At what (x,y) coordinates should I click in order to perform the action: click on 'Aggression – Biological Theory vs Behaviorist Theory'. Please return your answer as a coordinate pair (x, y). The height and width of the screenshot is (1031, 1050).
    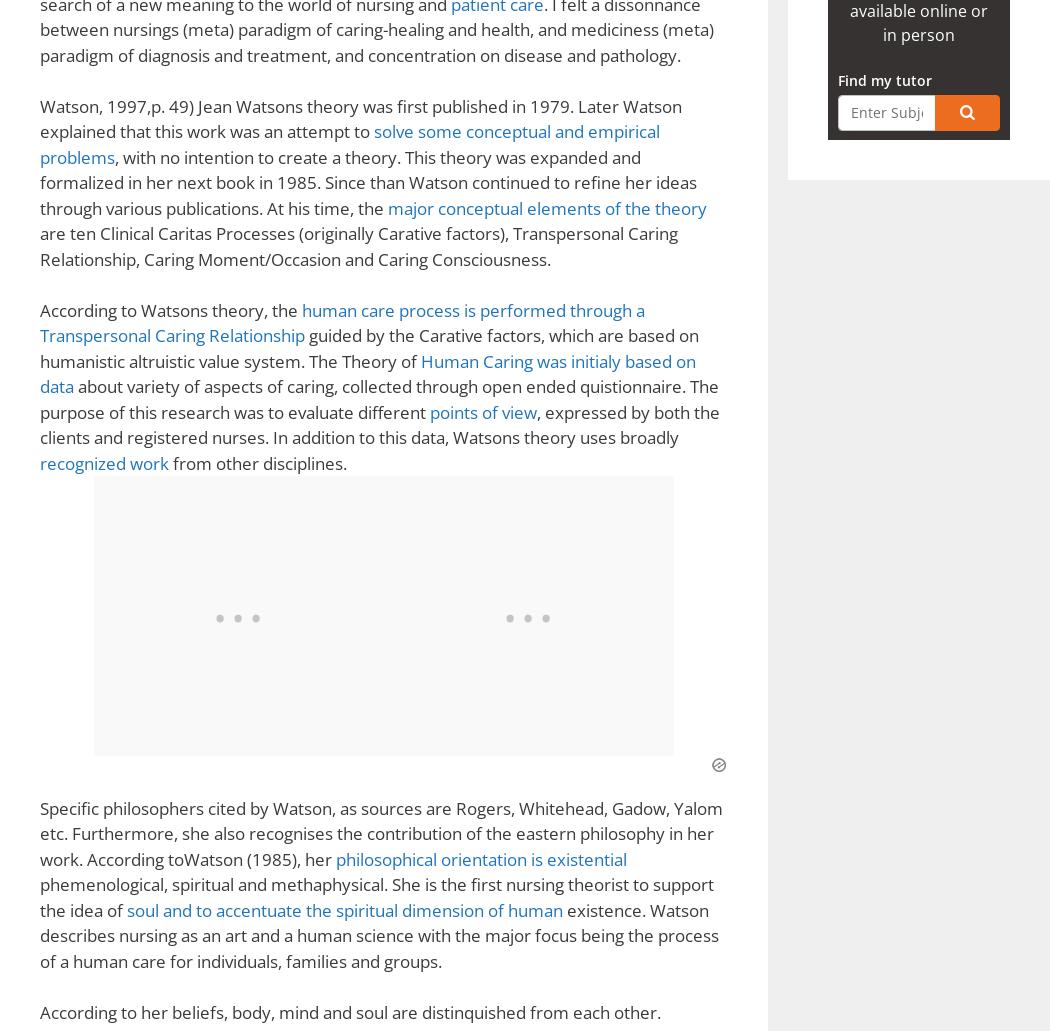
    Looking at the image, I should click on (311, 88).